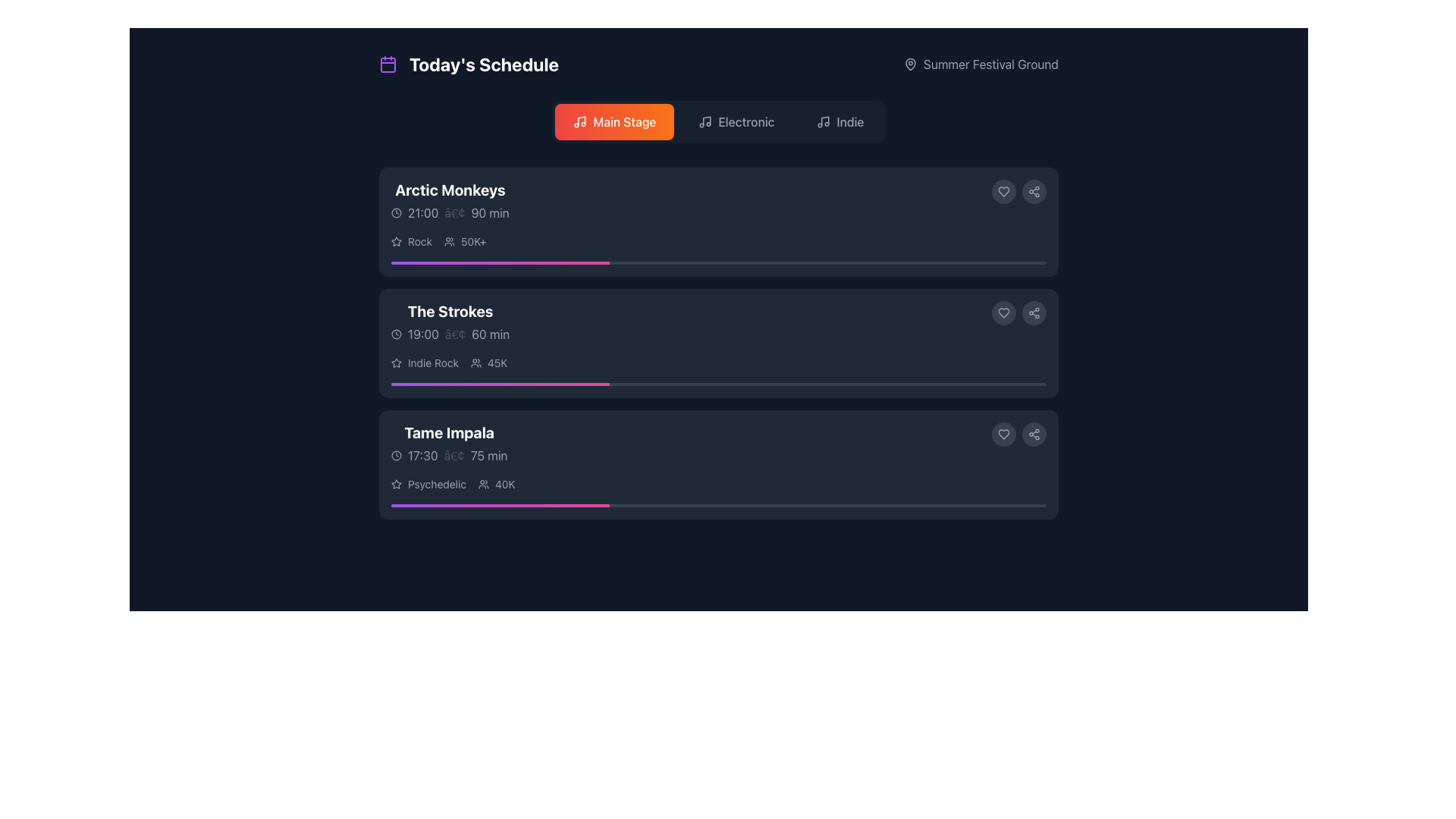 The image size is (1456, 819). I want to click on the share icon located in the bottom-right corner of the 'Tame Impala' information card, so click(1033, 435).